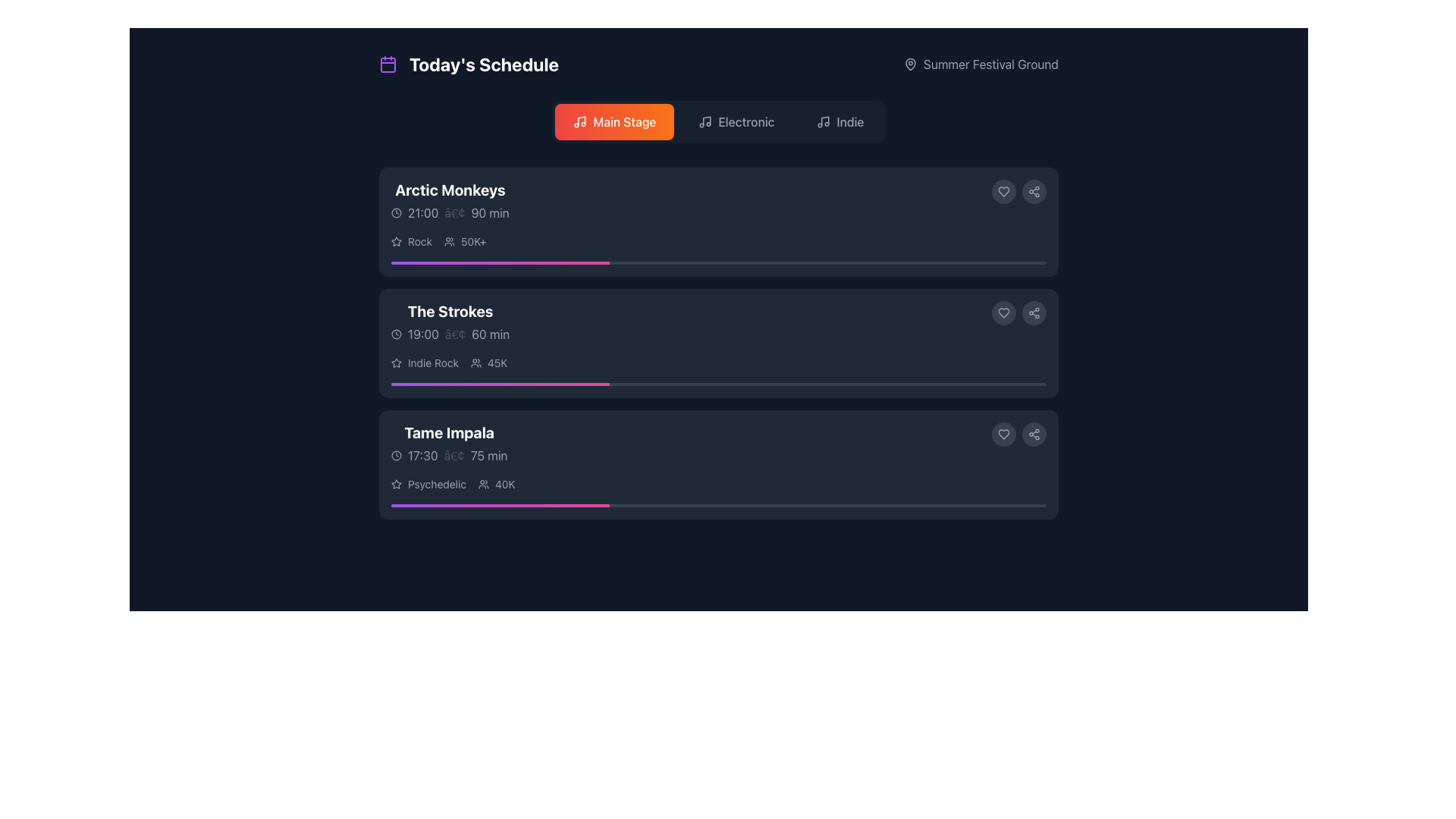 The image size is (1456, 819). I want to click on the share icon located in the bottom-right corner of the 'Tame Impala' information card, so click(1033, 435).